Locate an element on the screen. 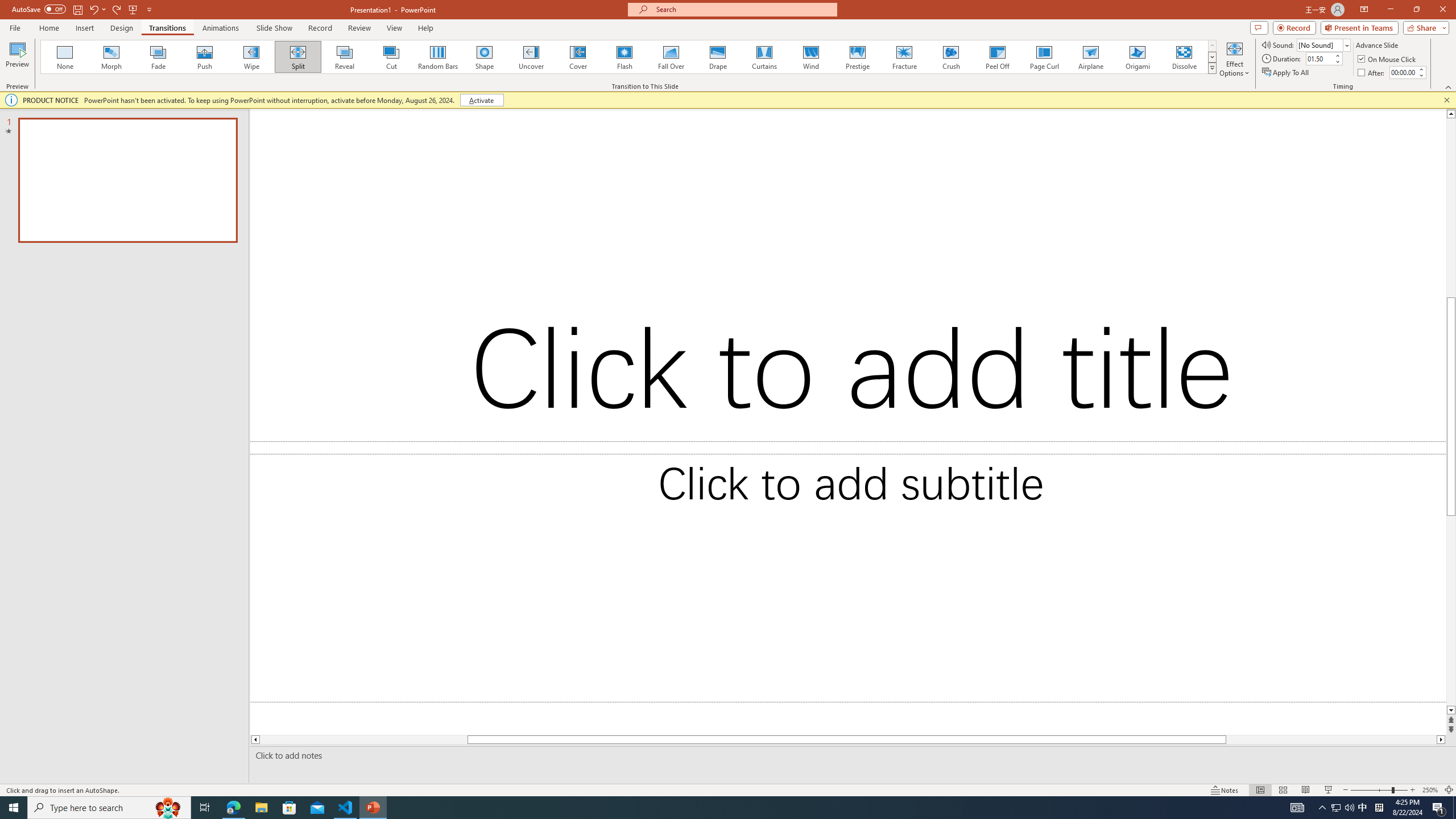 The image size is (1456, 819). 'Cut' is located at coordinates (391, 56).